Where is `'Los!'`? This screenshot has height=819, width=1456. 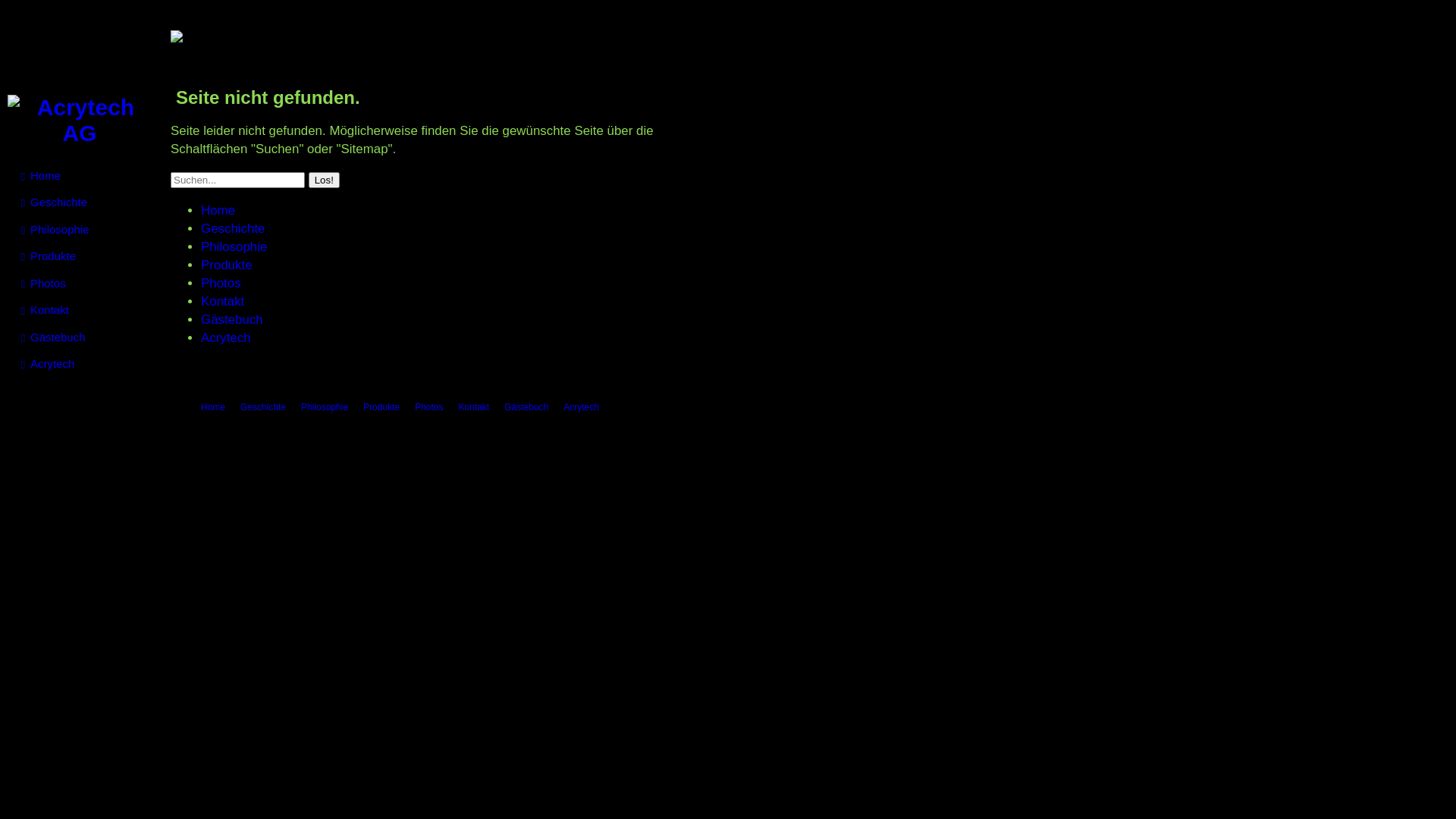 'Los!' is located at coordinates (323, 179).